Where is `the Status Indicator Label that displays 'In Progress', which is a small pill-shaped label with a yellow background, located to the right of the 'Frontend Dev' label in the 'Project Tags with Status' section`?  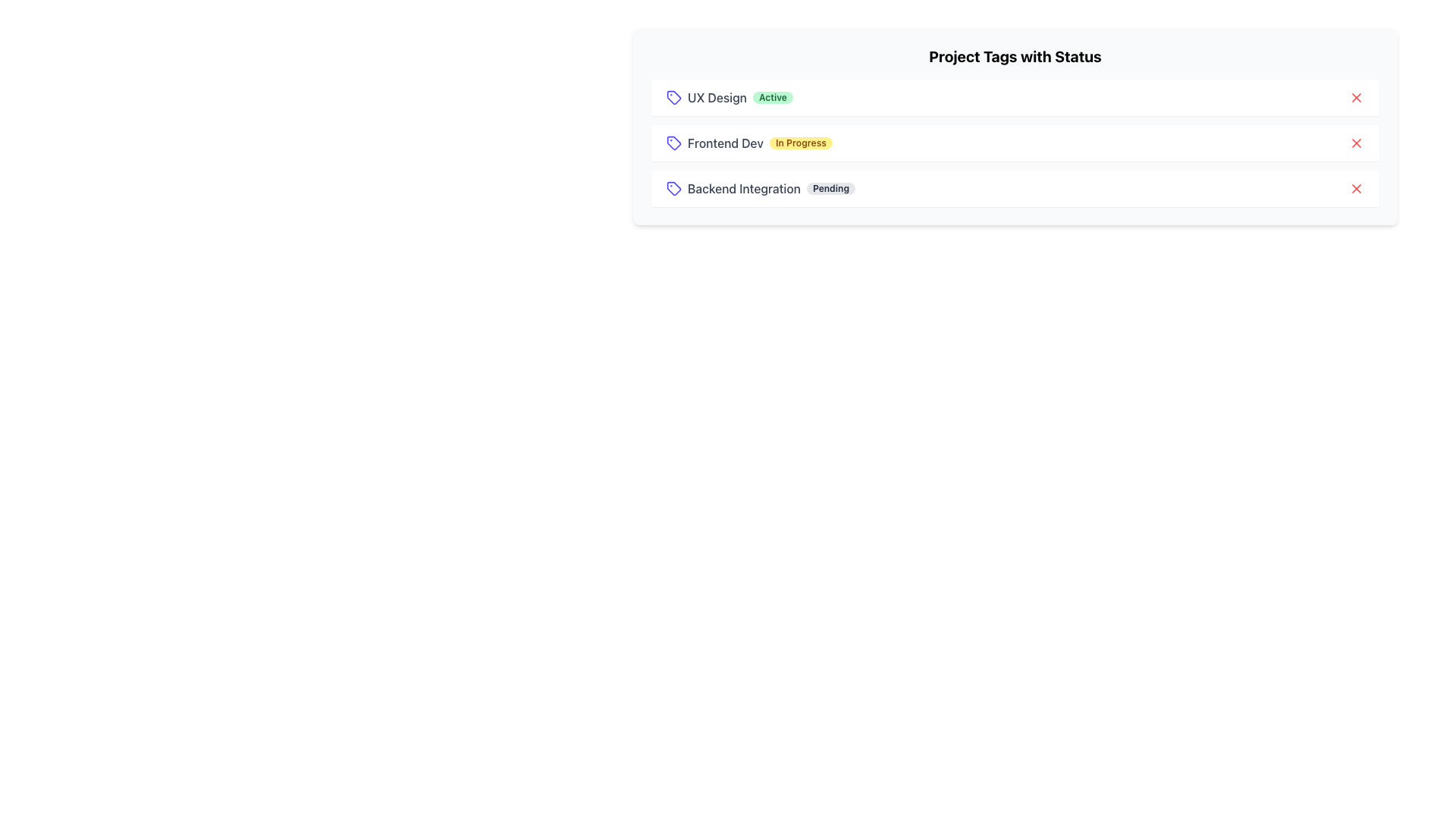
the Status Indicator Label that displays 'In Progress', which is a small pill-shaped label with a yellow background, located to the right of the 'Frontend Dev' label in the 'Project Tags with Status' section is located at coordinates (800, 143).